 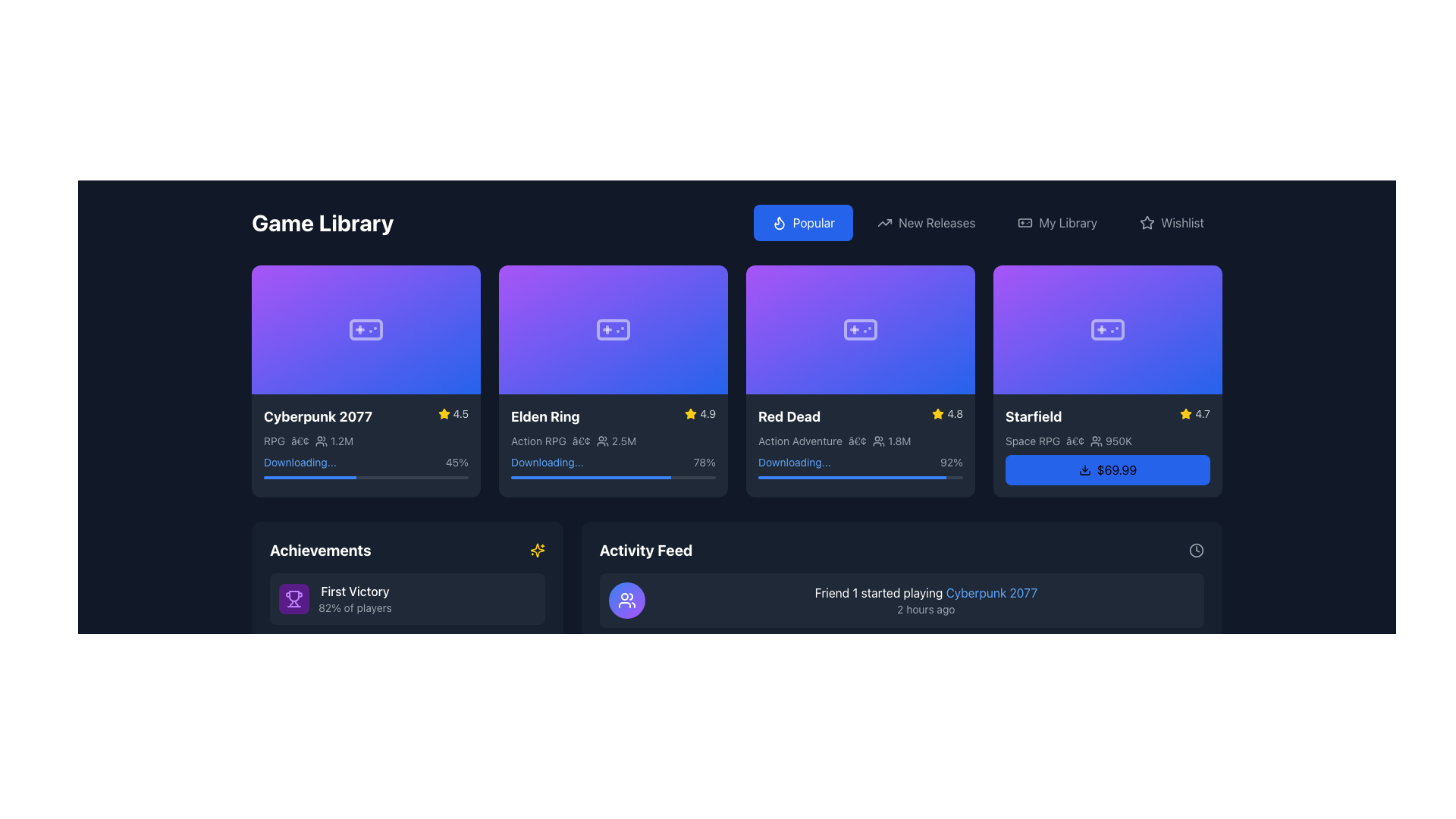 I want to click on text display element that reads 'Action RPG • 2.5M' located below the game's rating and title for the game 'Elden Ring', so click(x=613, y=441).